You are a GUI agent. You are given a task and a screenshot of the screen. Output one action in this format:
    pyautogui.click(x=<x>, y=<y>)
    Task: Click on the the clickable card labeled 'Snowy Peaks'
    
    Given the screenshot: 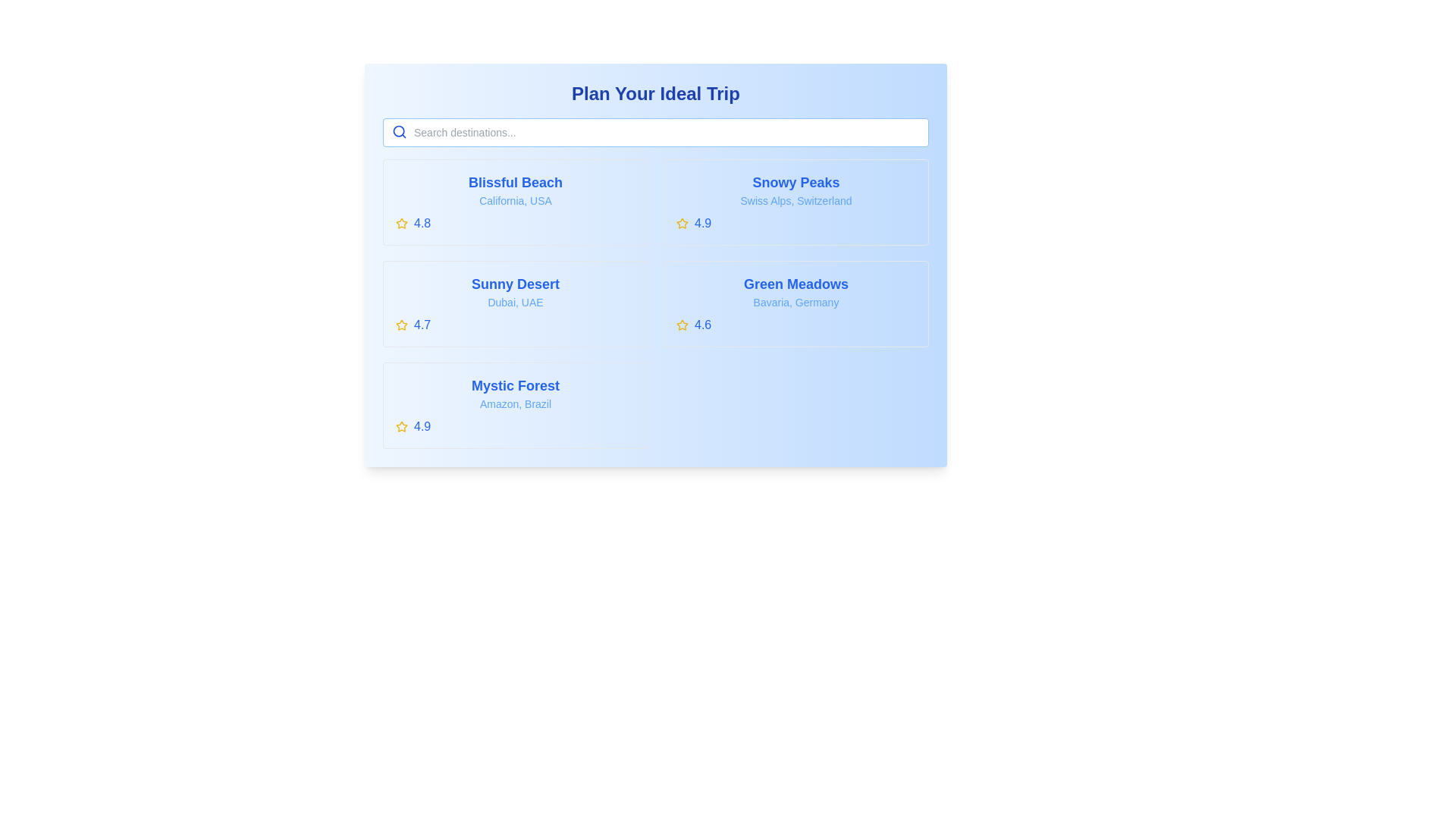 What is the action you would take?
    pyautogui.click(x=795, y=201)
    